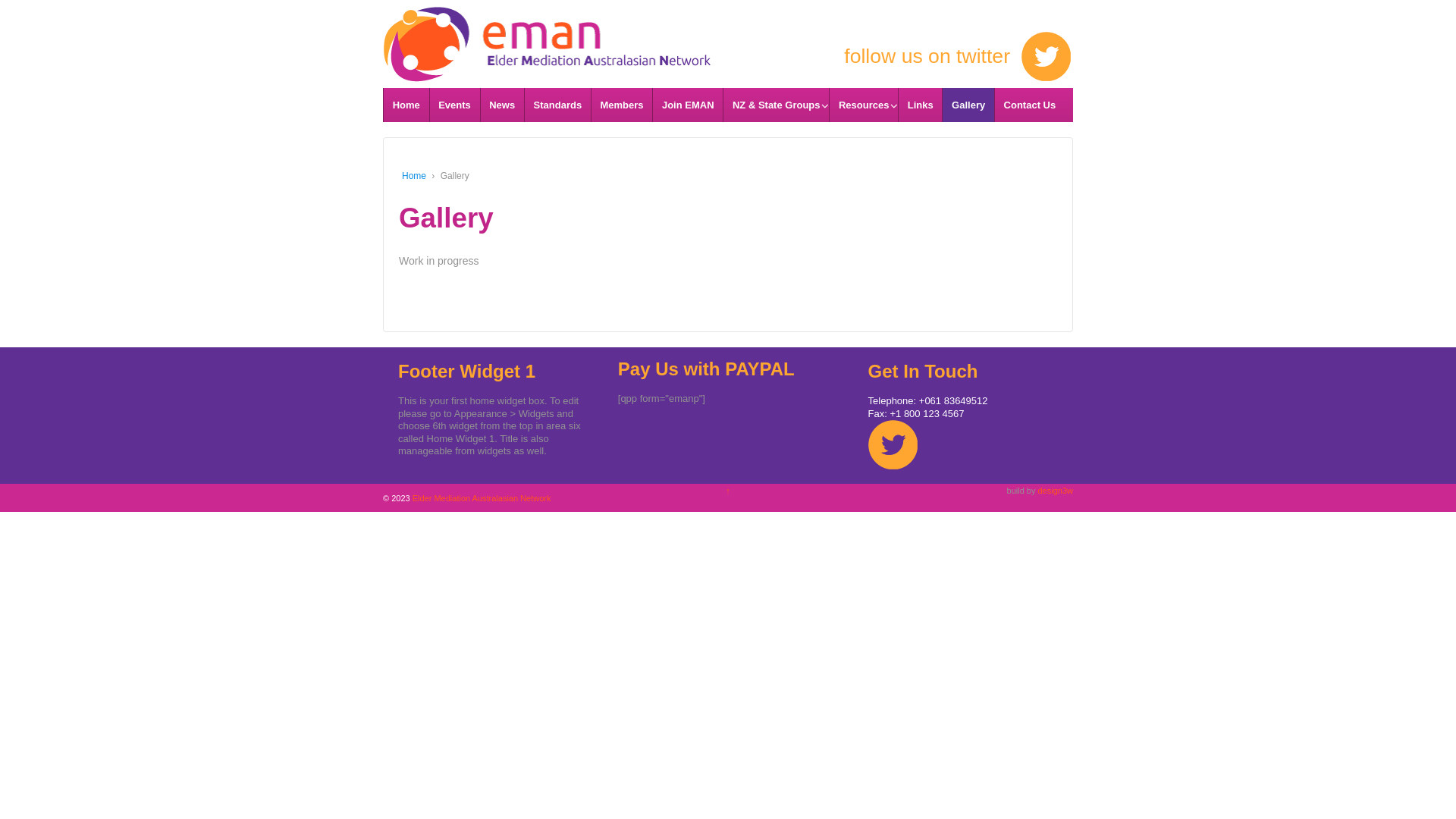 The image size is (1456, 819). I want to click on 'News', so click(502, 104).